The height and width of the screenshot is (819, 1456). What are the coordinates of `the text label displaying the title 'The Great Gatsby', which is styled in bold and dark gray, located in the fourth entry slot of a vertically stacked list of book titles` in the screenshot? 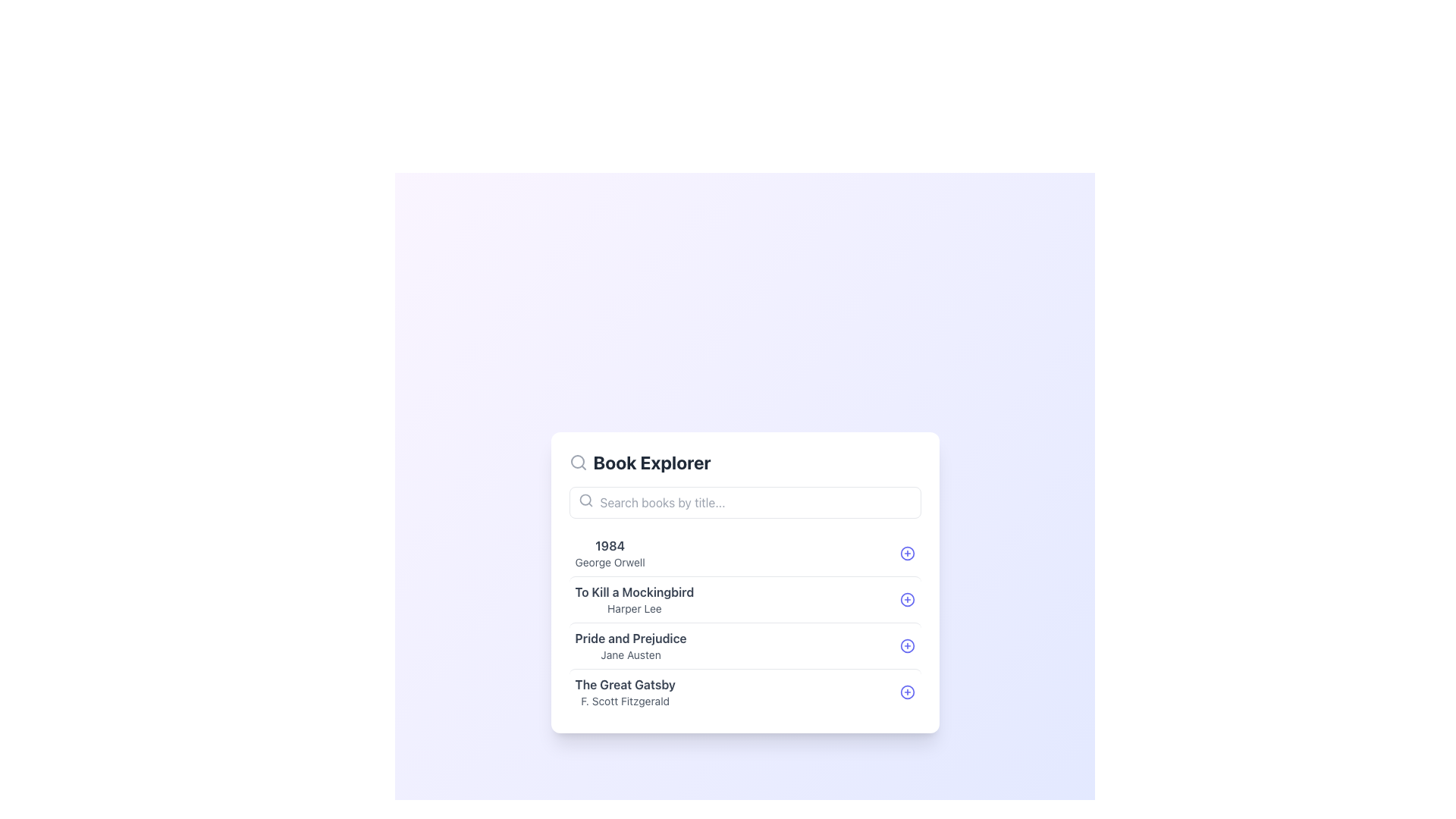 It's located at (625, 684).